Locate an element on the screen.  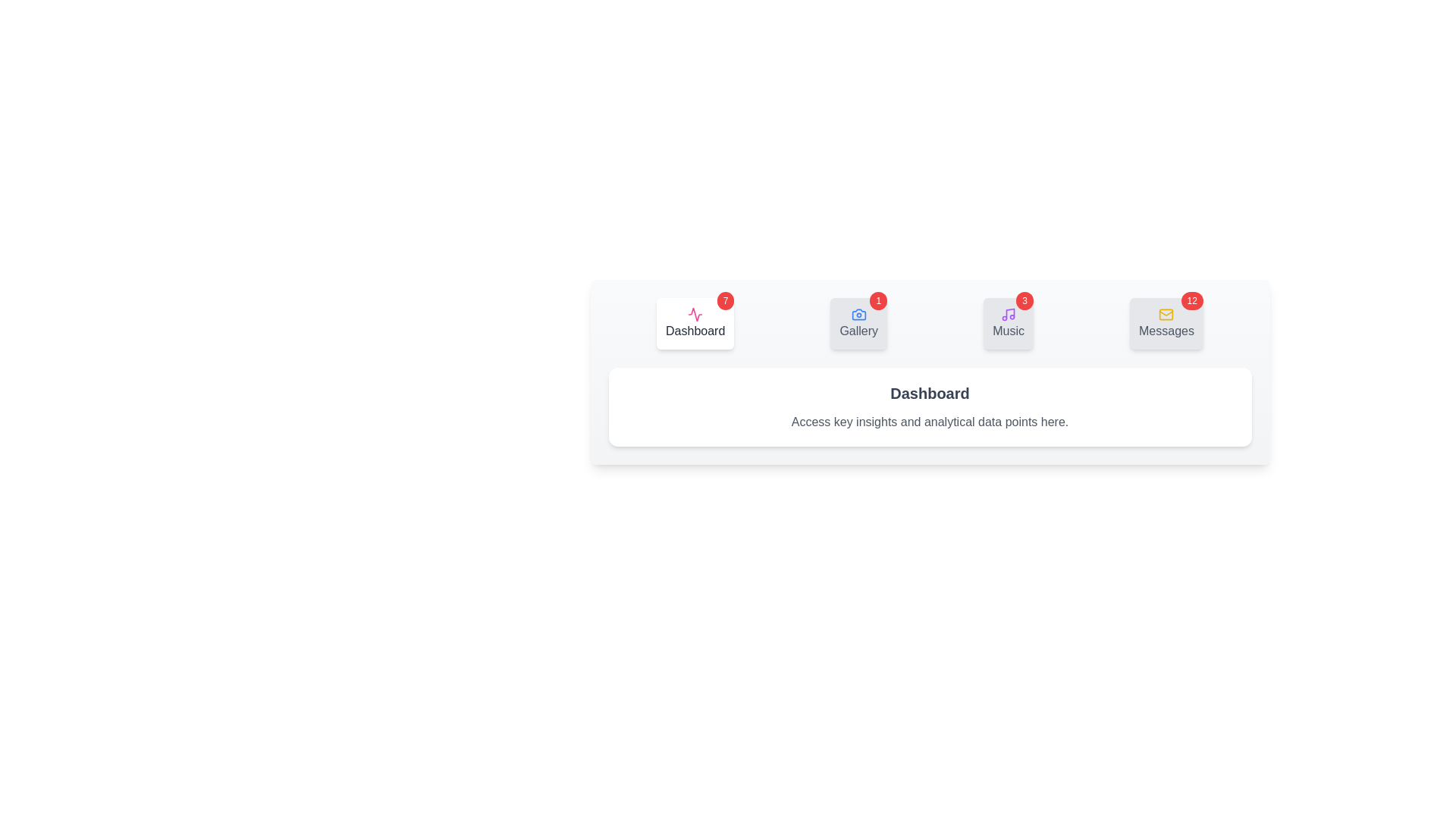
the tab labeled Dashboard is located at coordinates (695, 323).